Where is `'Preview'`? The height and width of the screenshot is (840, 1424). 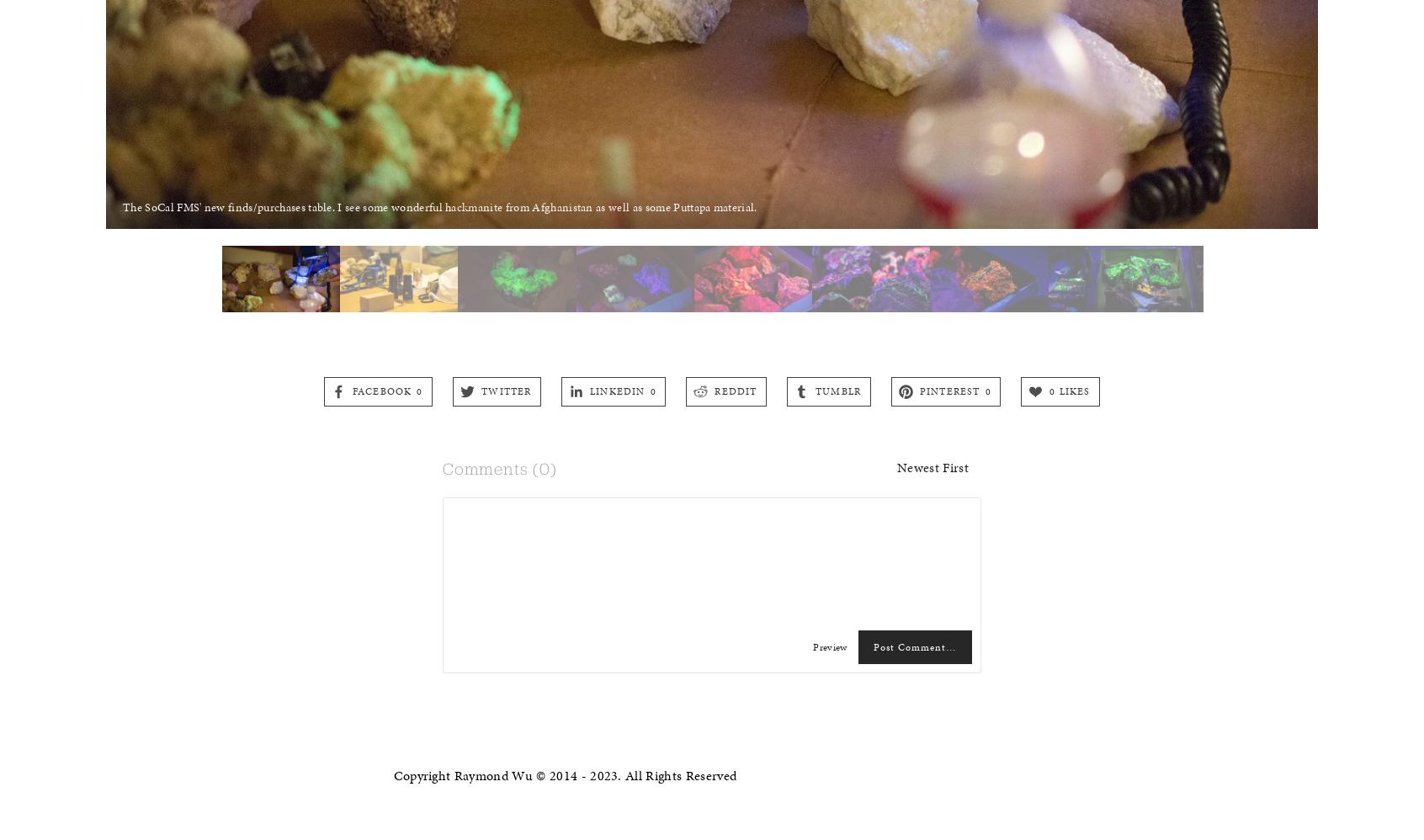
'Preview' is located at coordinates (829, 646).